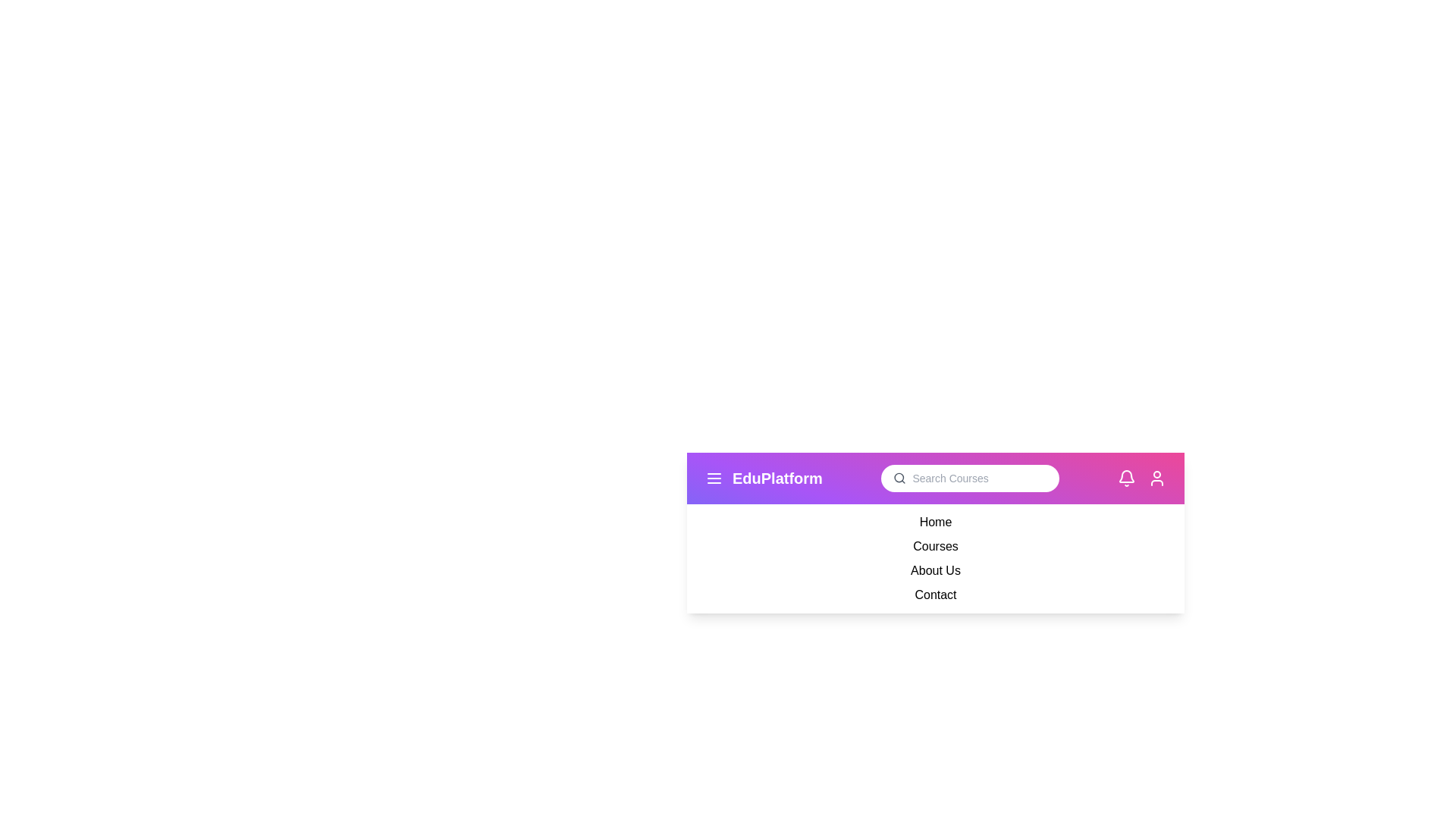  Describe the element at coordinates (934, 570) in the screenshot. I see `the dropdown menu item About Us` at that location.